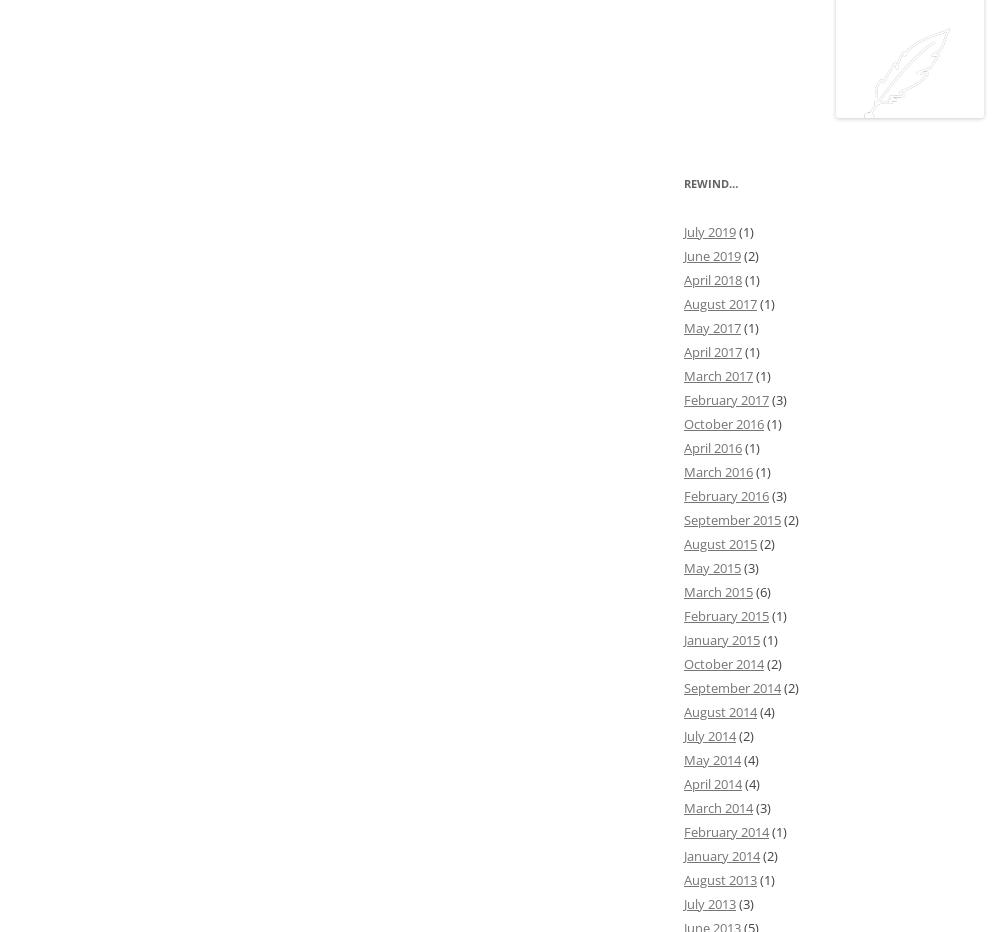 Image resolution: width=1008 pixels, height=932 pixels. I want to click on 'March 2014', so click(718, 807).